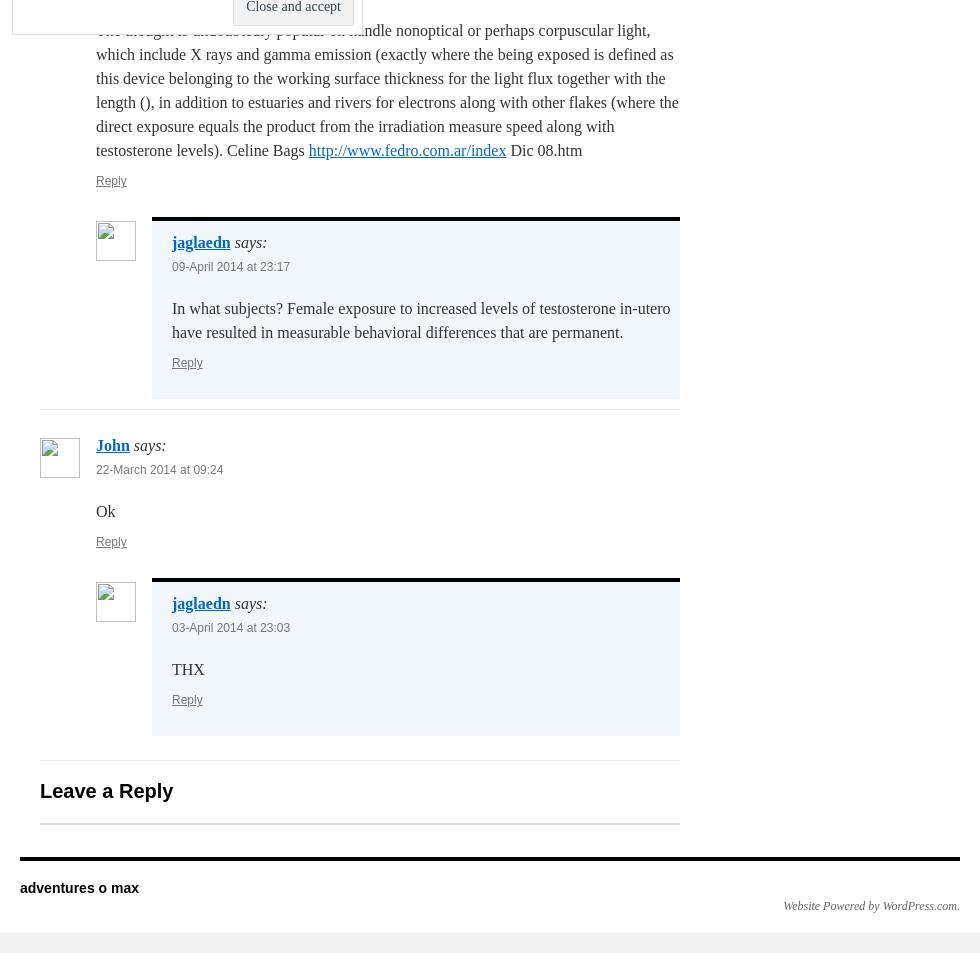  I want to click on 'Leave a Reply', so click(106, 790).